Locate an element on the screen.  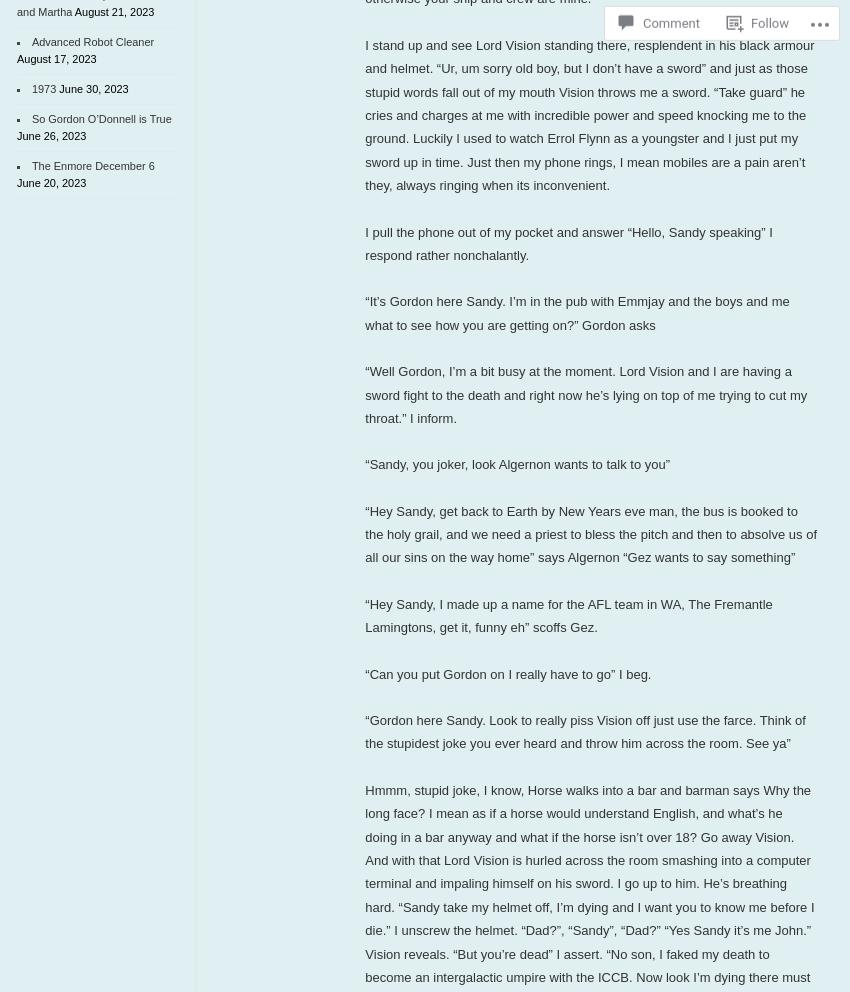
'“Can you put Gordon on I really have to go” I beg.' is located at coordinates (507, 672).